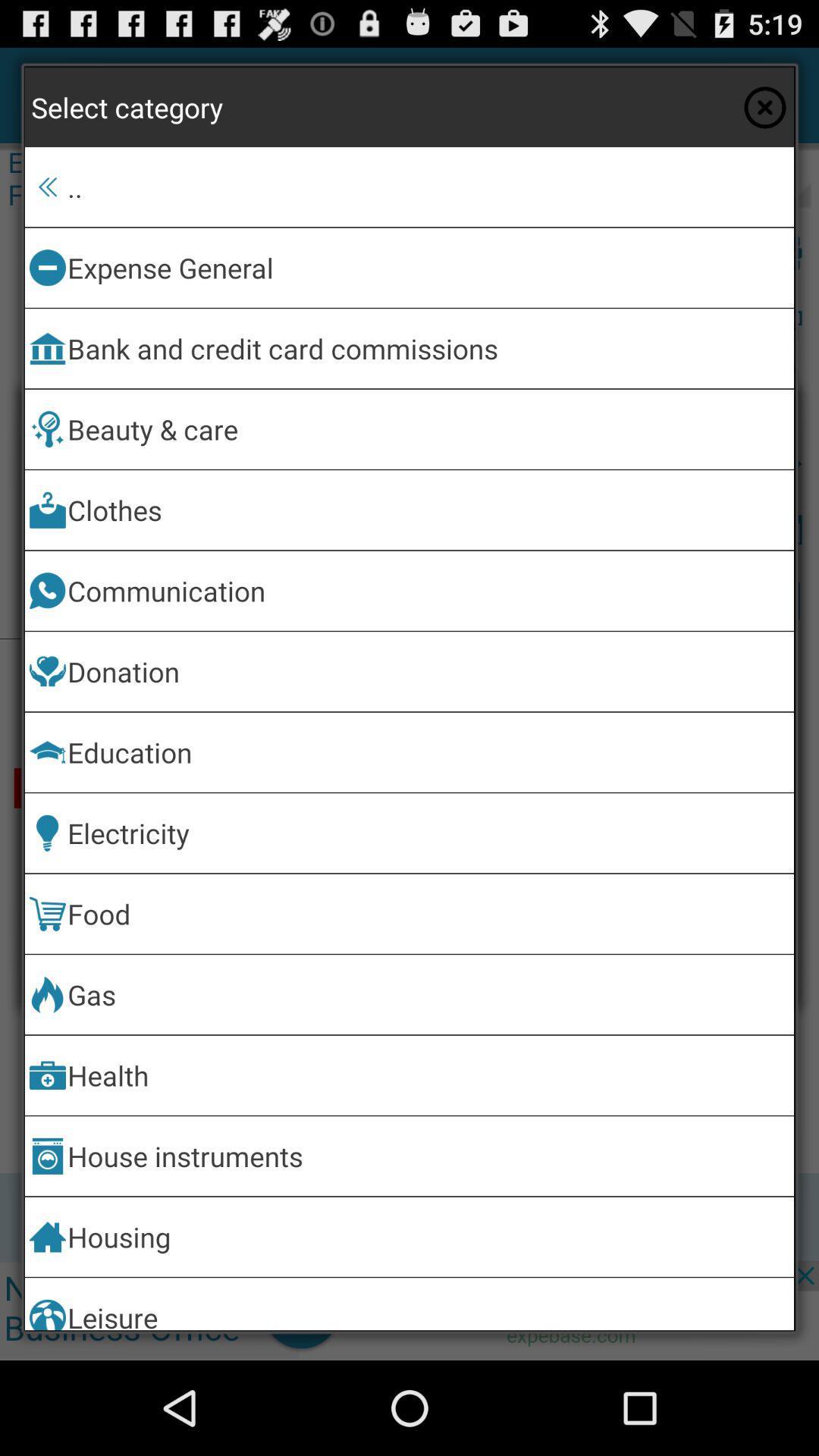  Describe the element at coordinates (428, 510) in the screenshot. I see `icon below beauty & care item` at that location.